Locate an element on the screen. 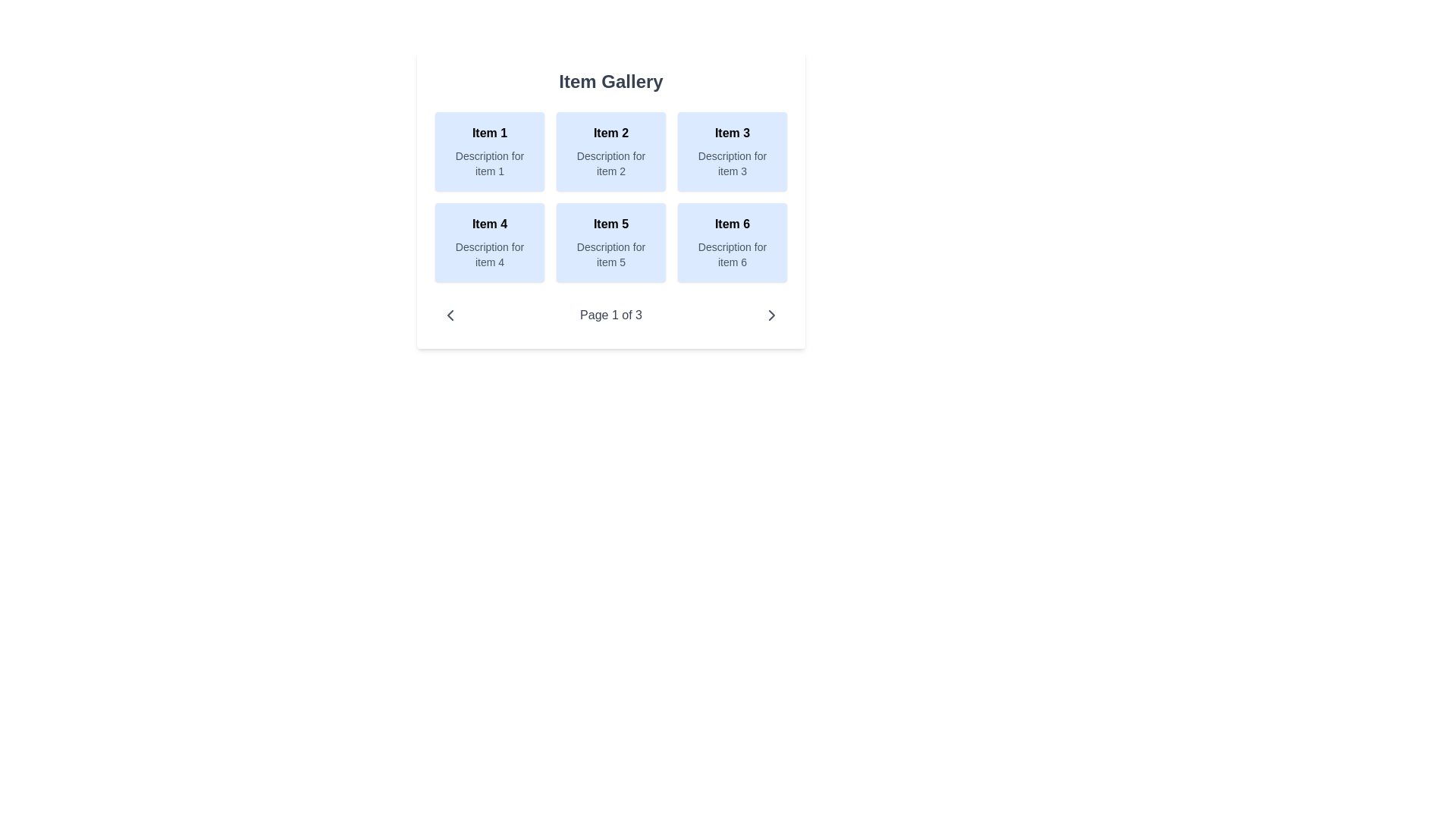 The width and height of the screenshot is (1456, 819). the text label displaying 'Description for item 2', which is styled with a smaller font size and gray color, located below 'Item 2' in the second column of a 3x2 grid layout is located at coordinates (611, 164).